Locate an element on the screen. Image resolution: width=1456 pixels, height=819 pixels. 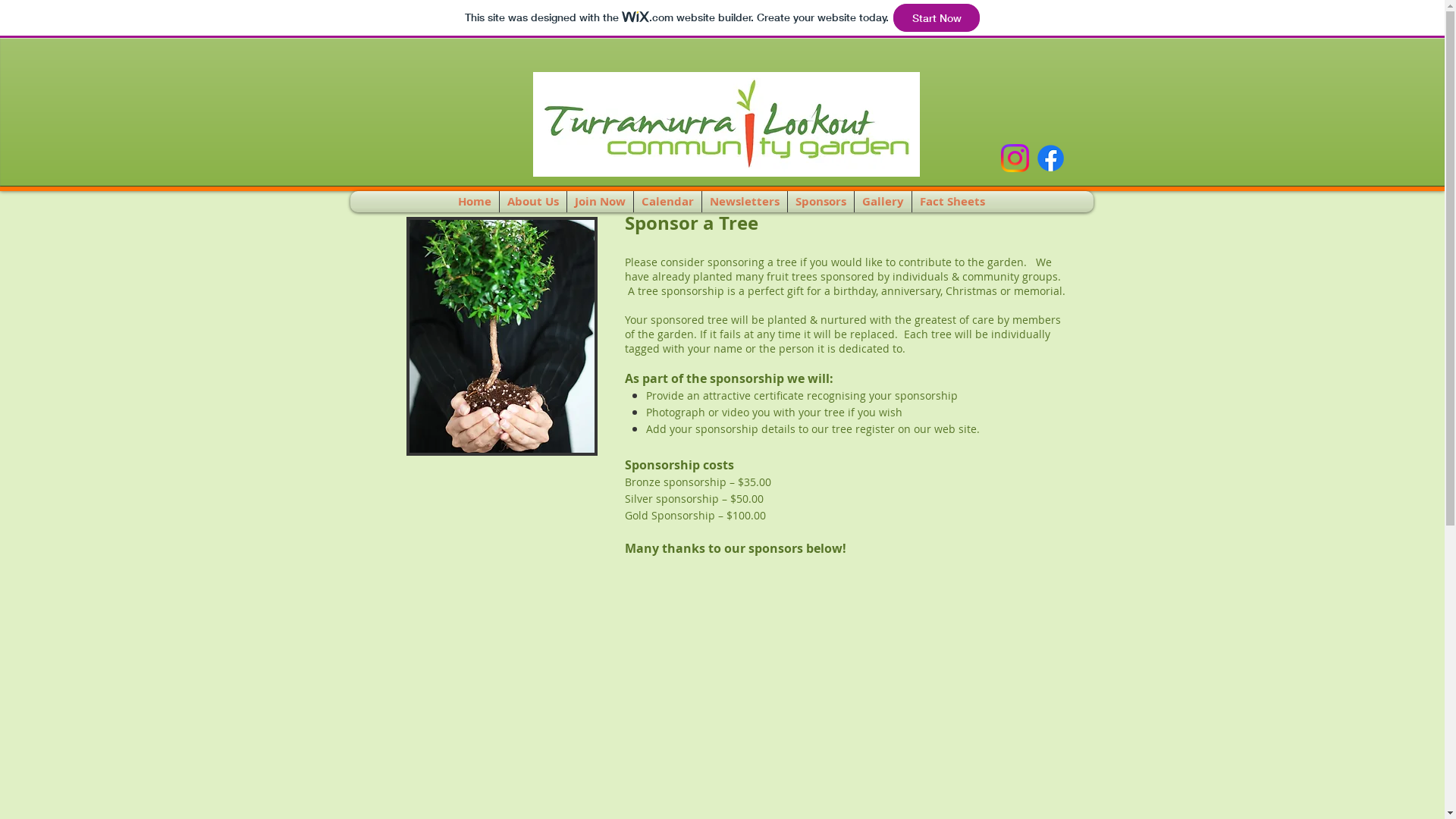
'Wix Weather' is located at coordinates (435, 118).